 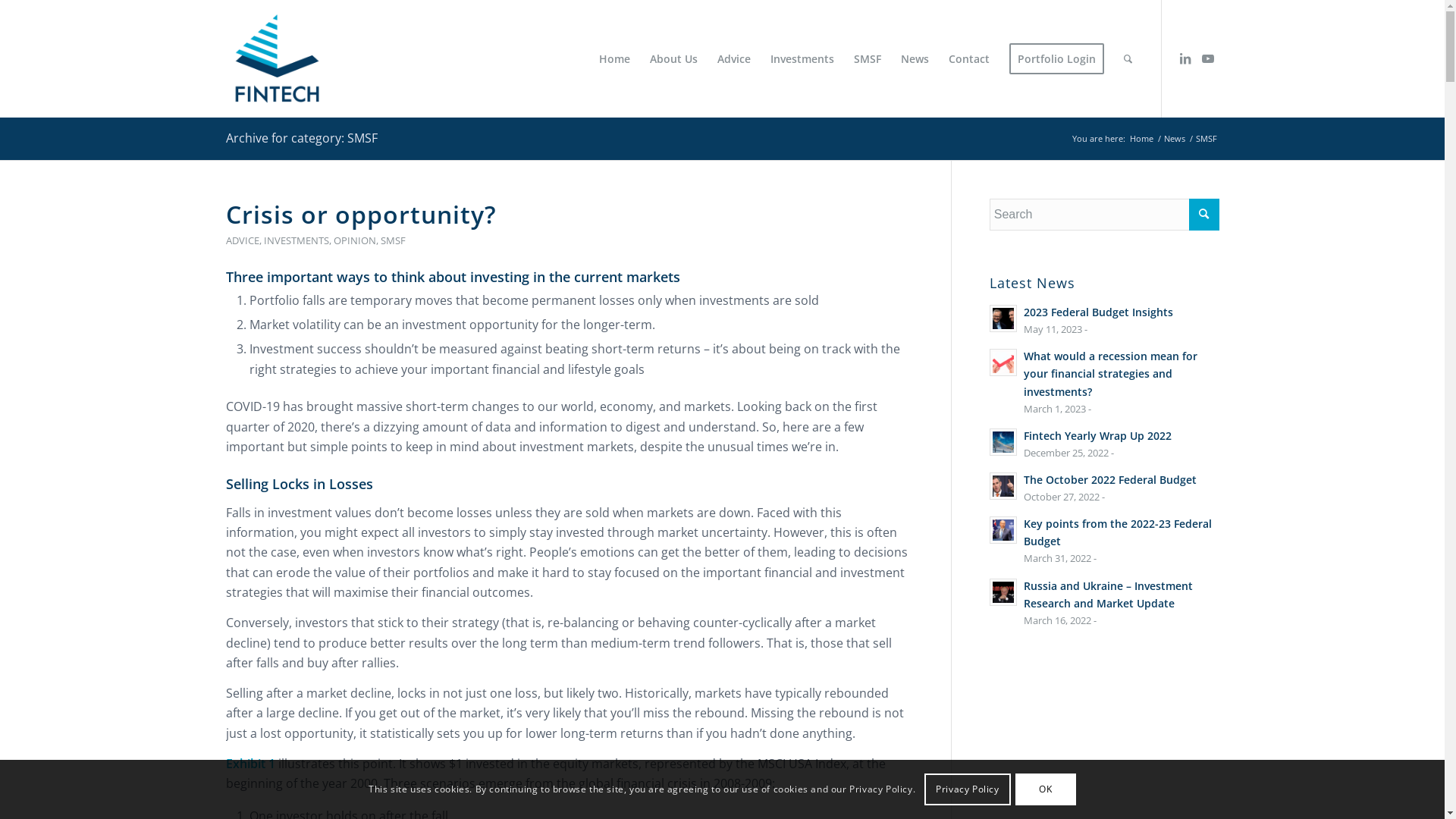 I want to click on 'OK', so click(x=1044, y=789).